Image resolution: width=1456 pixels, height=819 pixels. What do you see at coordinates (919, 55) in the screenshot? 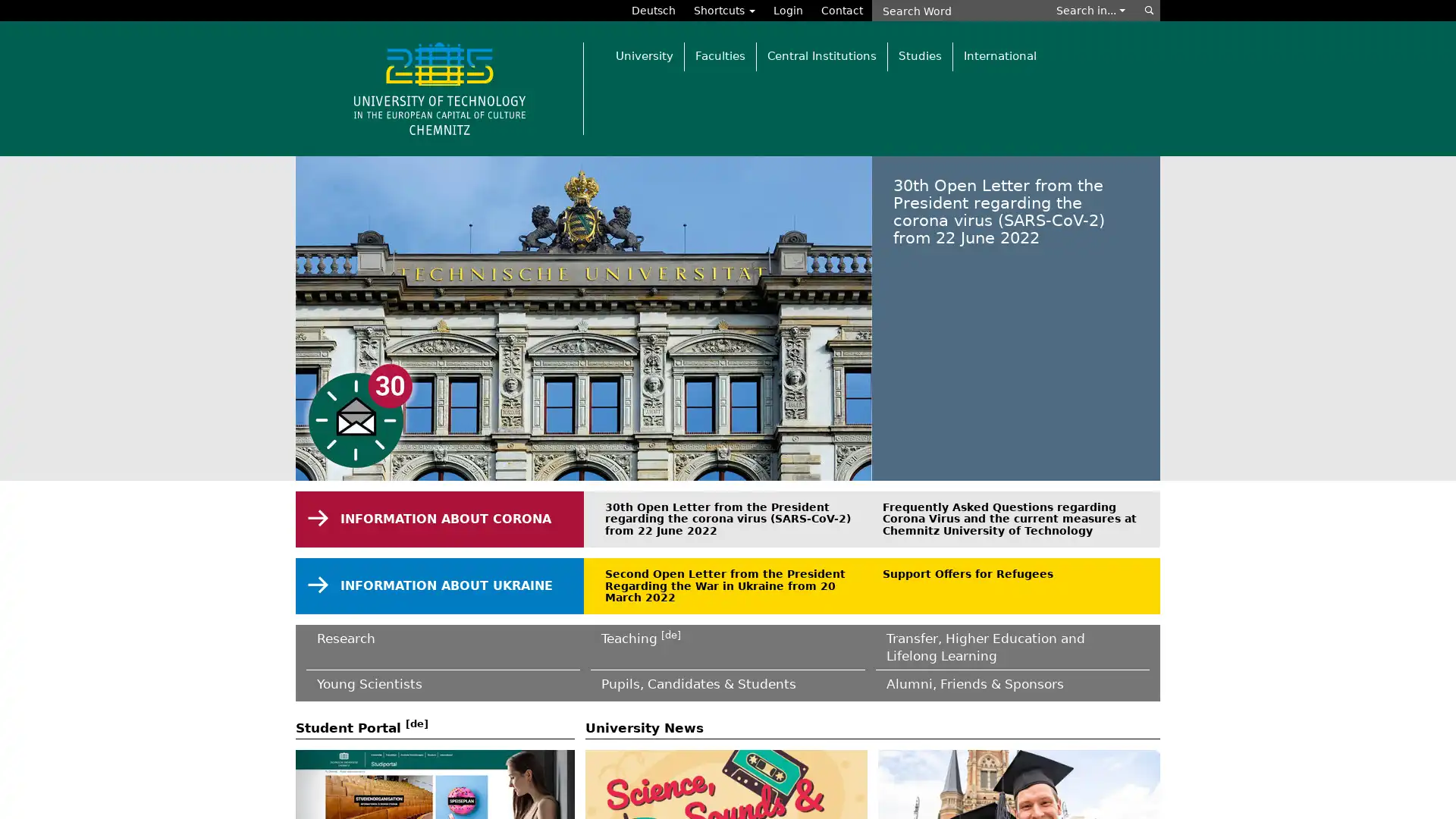
I see `Studies` at bounding box center [919, 55].